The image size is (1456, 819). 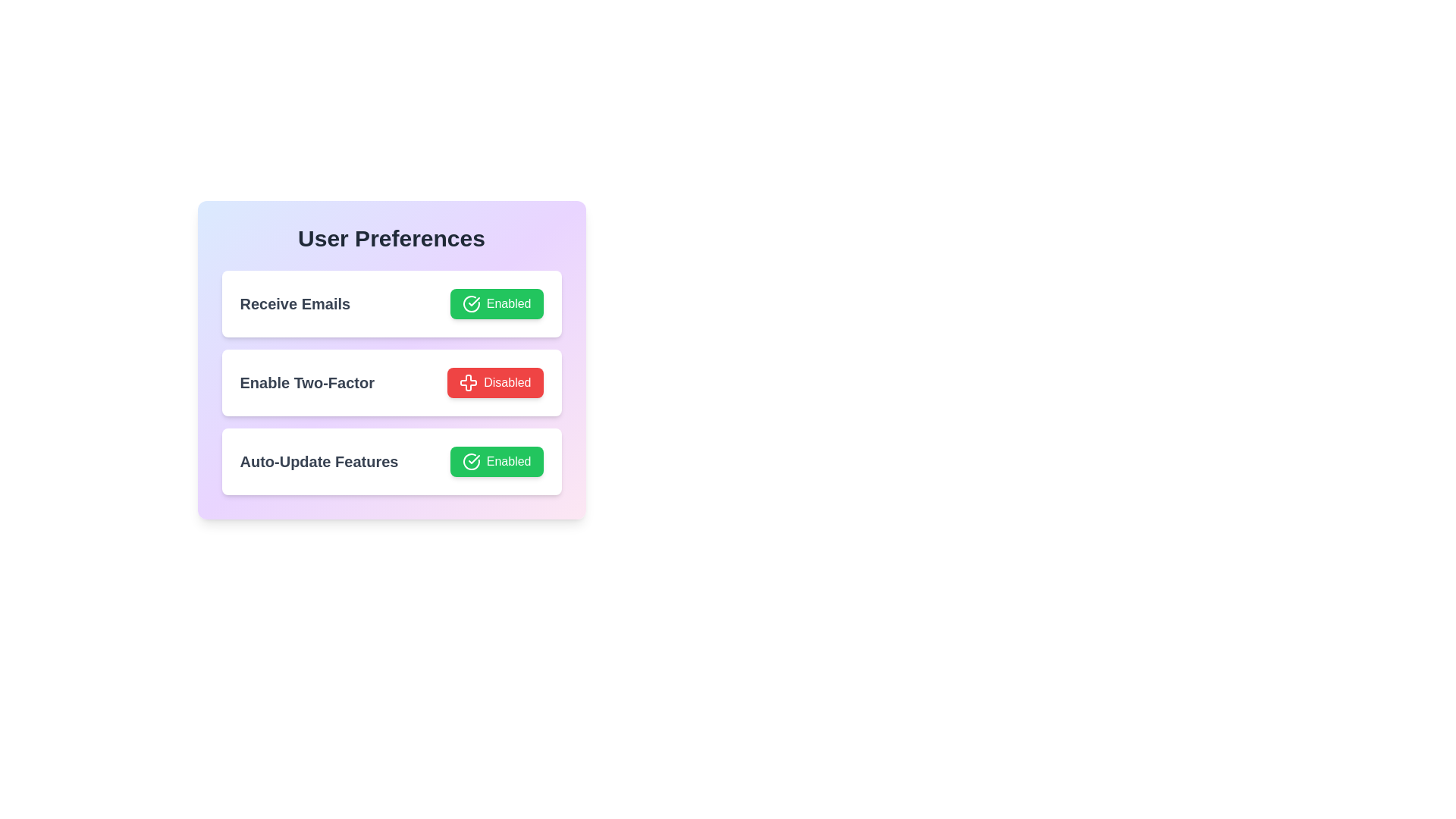 I want to click on the preference item Receive Emails to observe its hover effect, so click(x=391, y=304).